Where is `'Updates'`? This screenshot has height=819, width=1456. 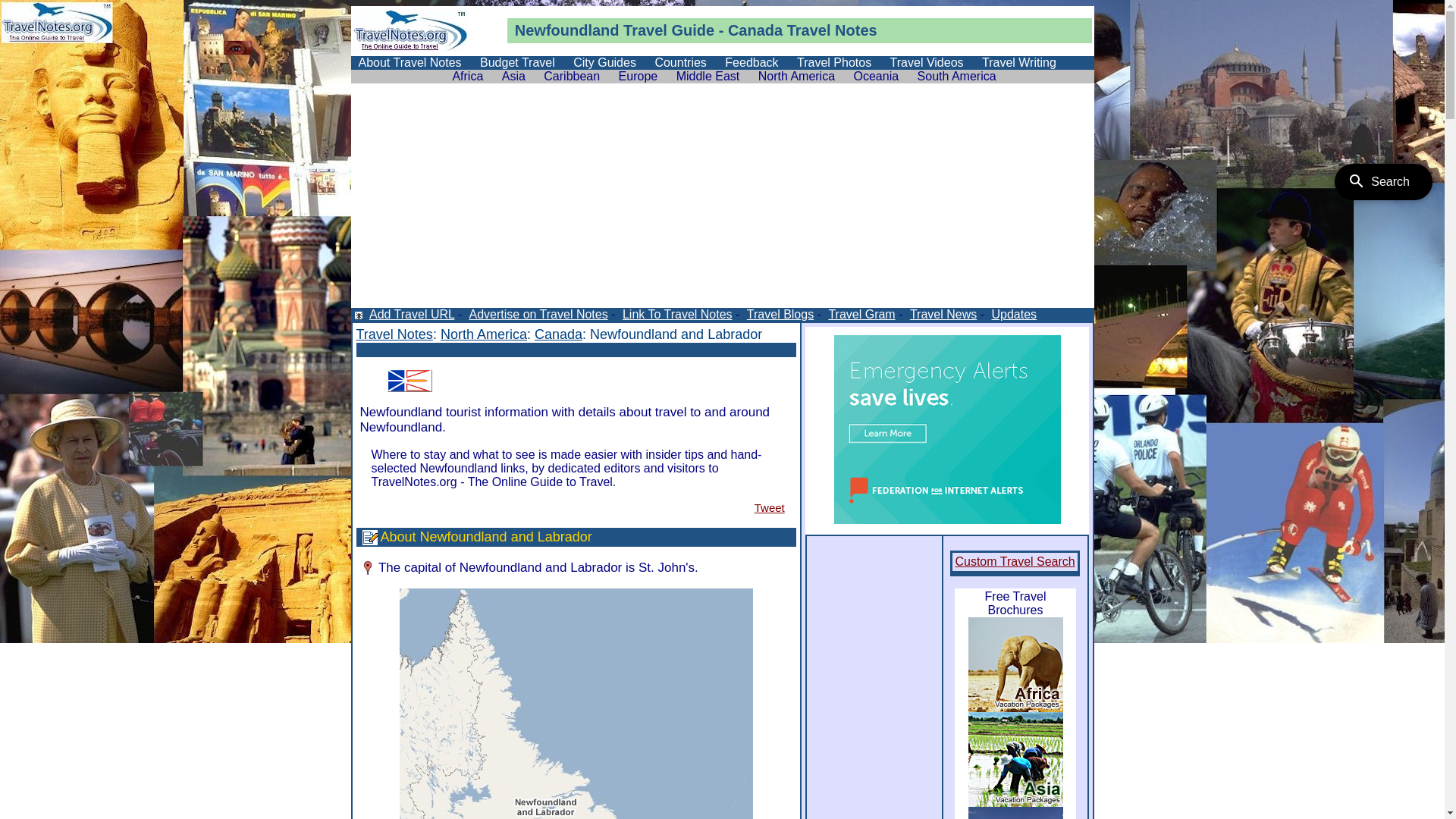
'Updates' is located at coordinates (1012, 313).